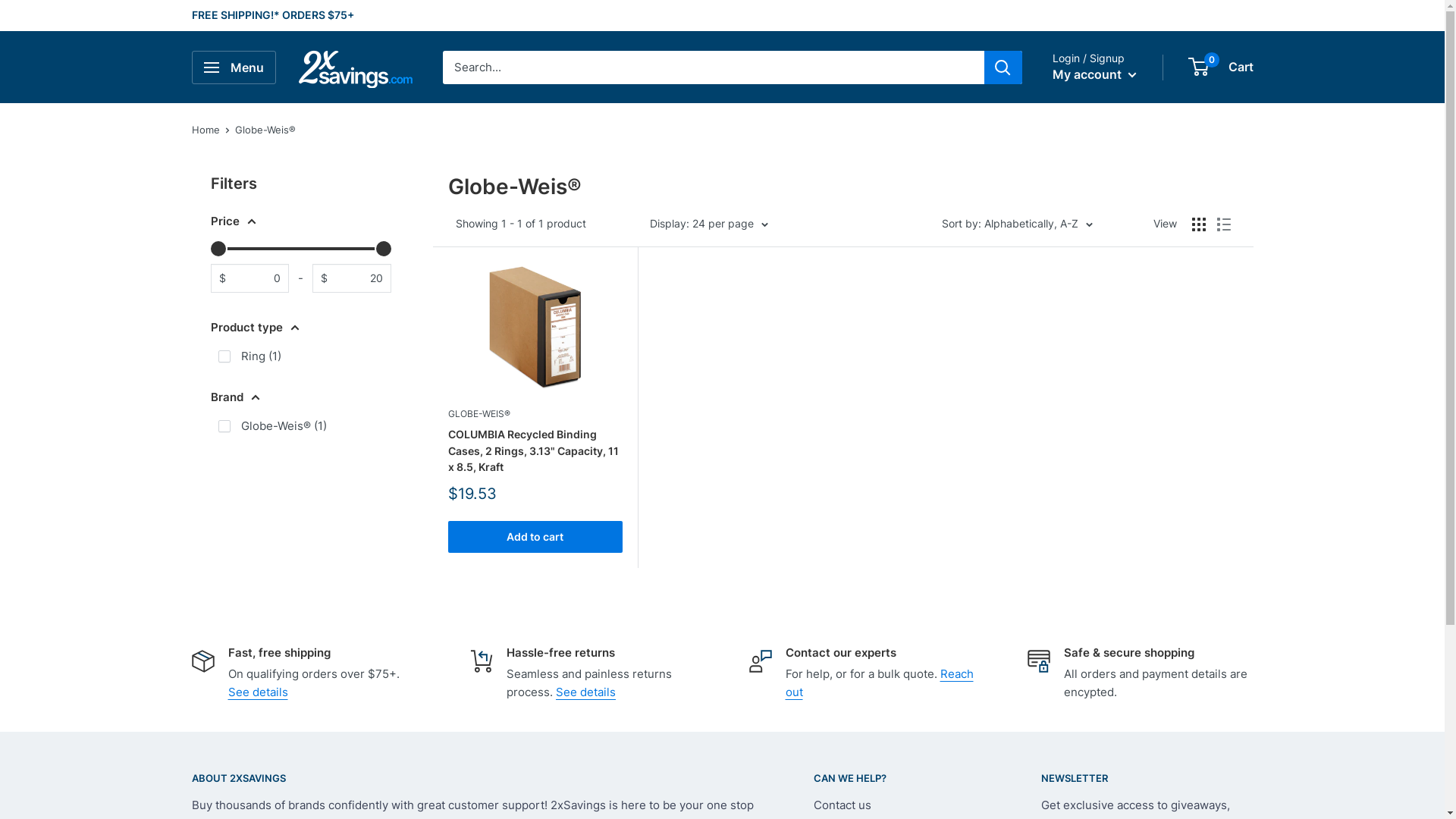  Describe the element at coordinates (899, 778) in the screenshot. I see `'CAN WE HELP?'` at that location.